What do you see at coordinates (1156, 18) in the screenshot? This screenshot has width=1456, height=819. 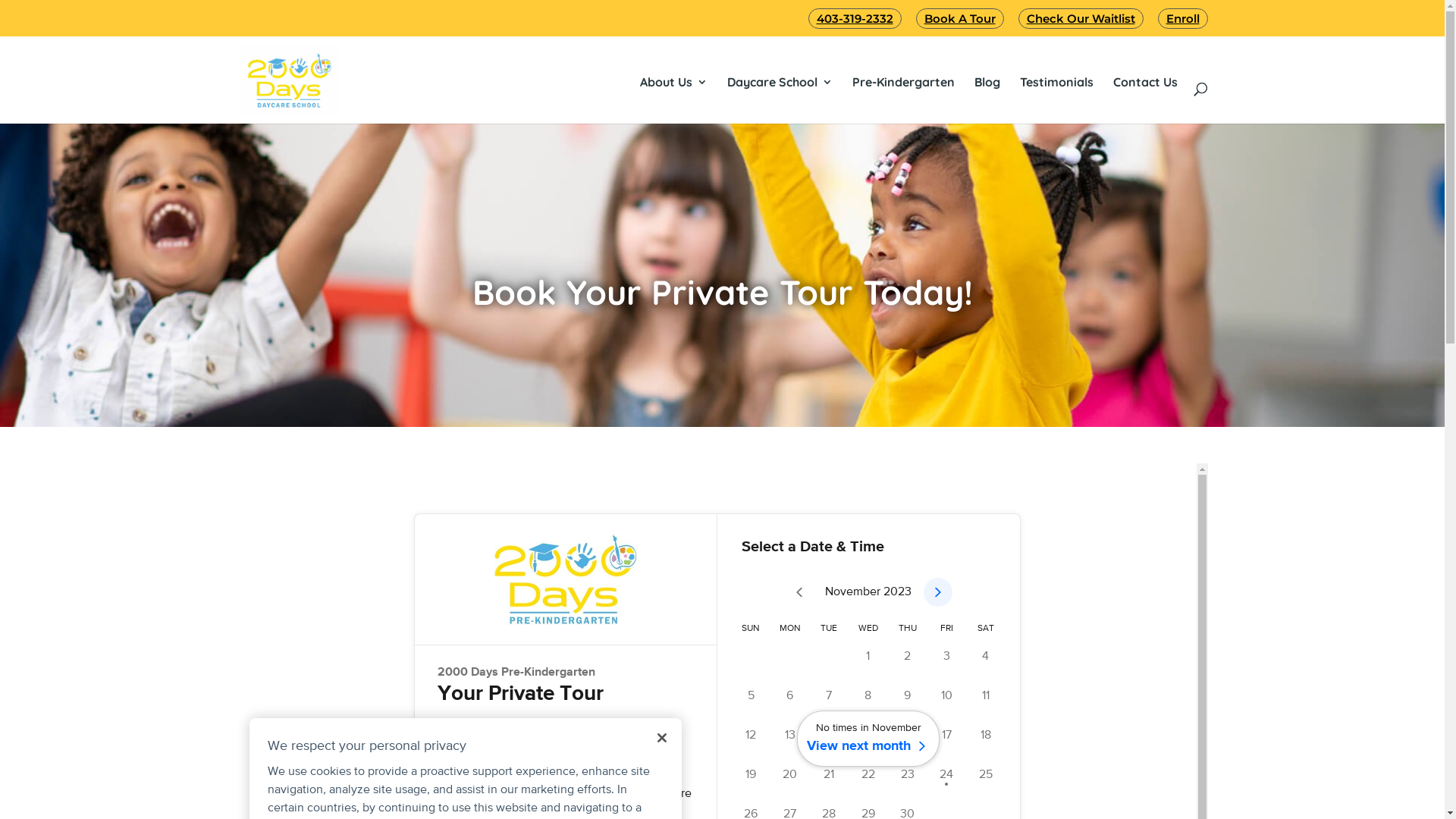 I see `'Enroll'` at bounding box center [1156, 18].